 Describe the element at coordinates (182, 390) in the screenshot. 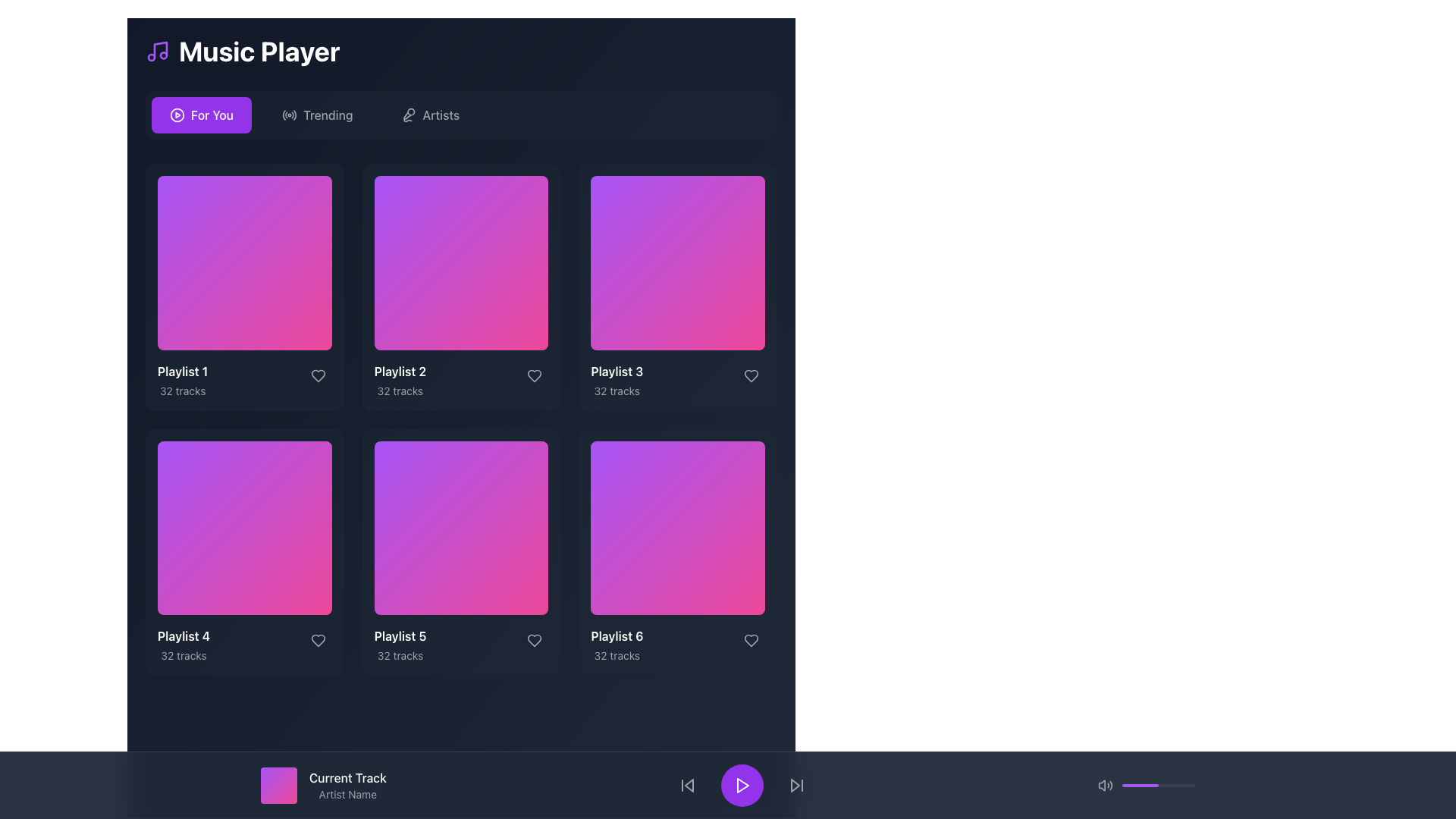

I see `the static text label that displays the number of tracks ('32 tracks') in the first playlist card under the 'Playlist 1' title in the 'For You' section` at that location.